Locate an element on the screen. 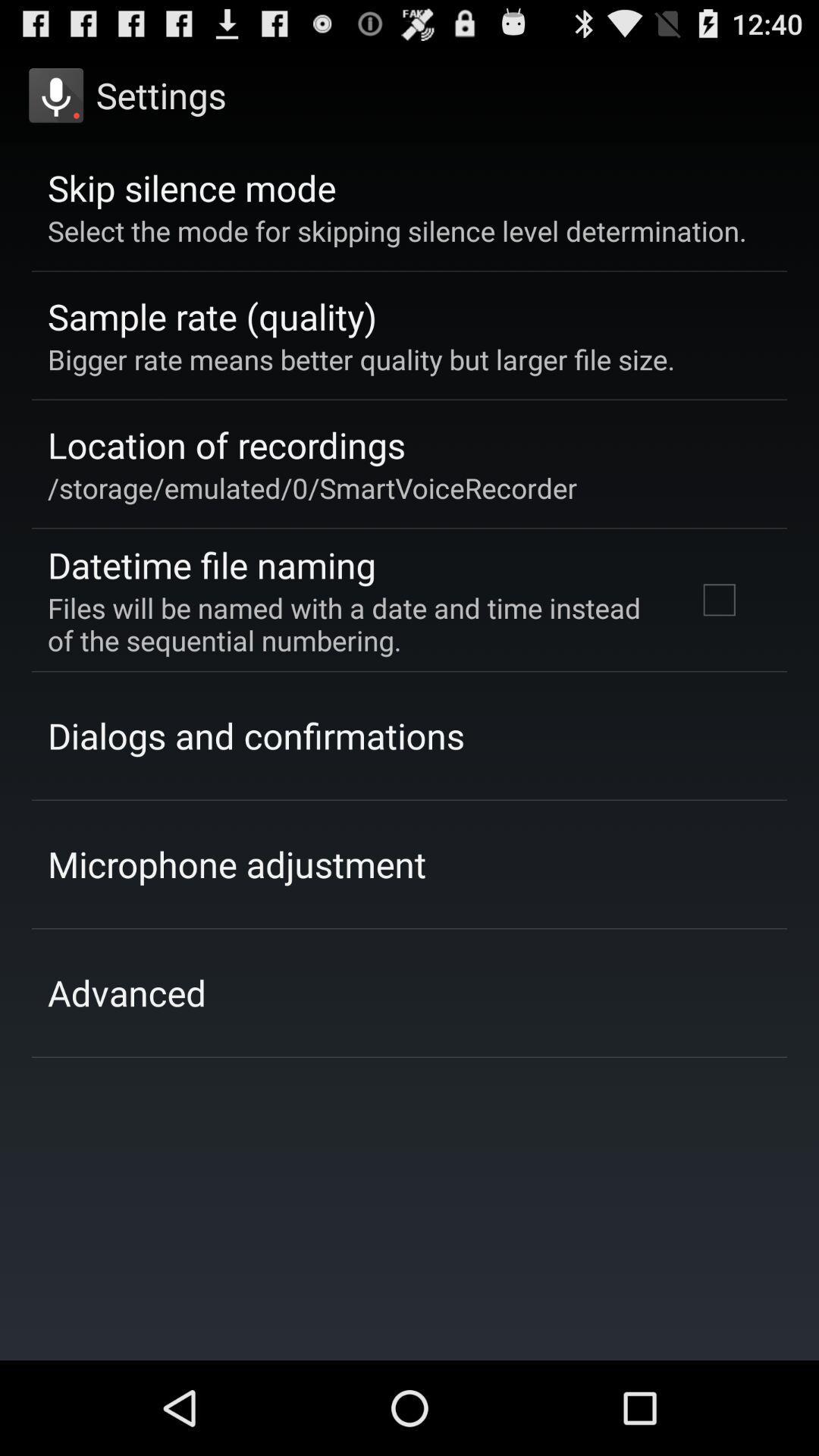 This screenshot has width=819, height=1456. item to the right of files will be icon is located at coordinates (718, 599).